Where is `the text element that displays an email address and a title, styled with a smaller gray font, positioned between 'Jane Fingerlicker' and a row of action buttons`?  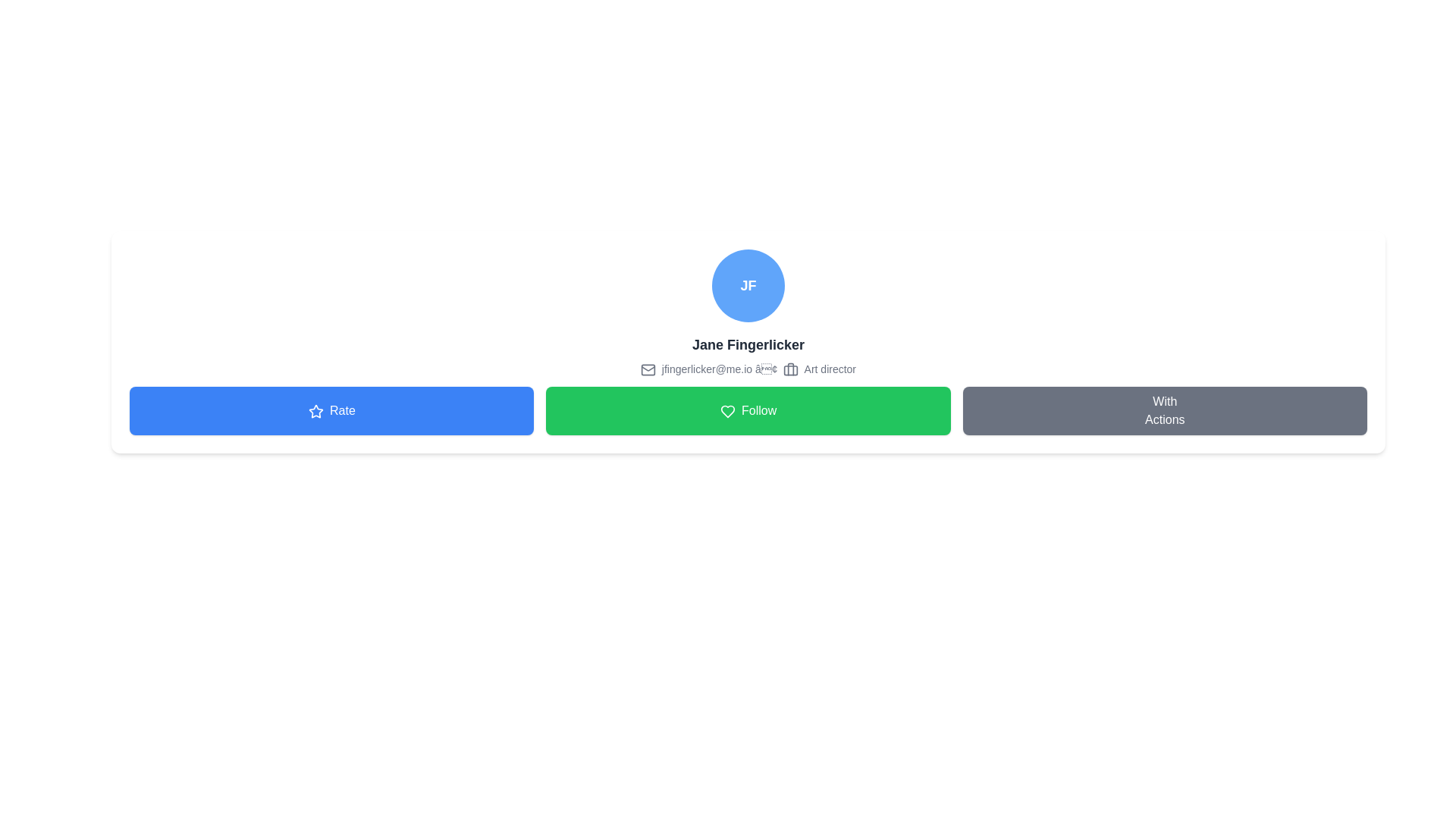
the text element that displays an email address and a title, styled with a smaller gray font, positioned between 'Jane Fingerlicker' and a row of action buttons is located at coordinates (748, 369).